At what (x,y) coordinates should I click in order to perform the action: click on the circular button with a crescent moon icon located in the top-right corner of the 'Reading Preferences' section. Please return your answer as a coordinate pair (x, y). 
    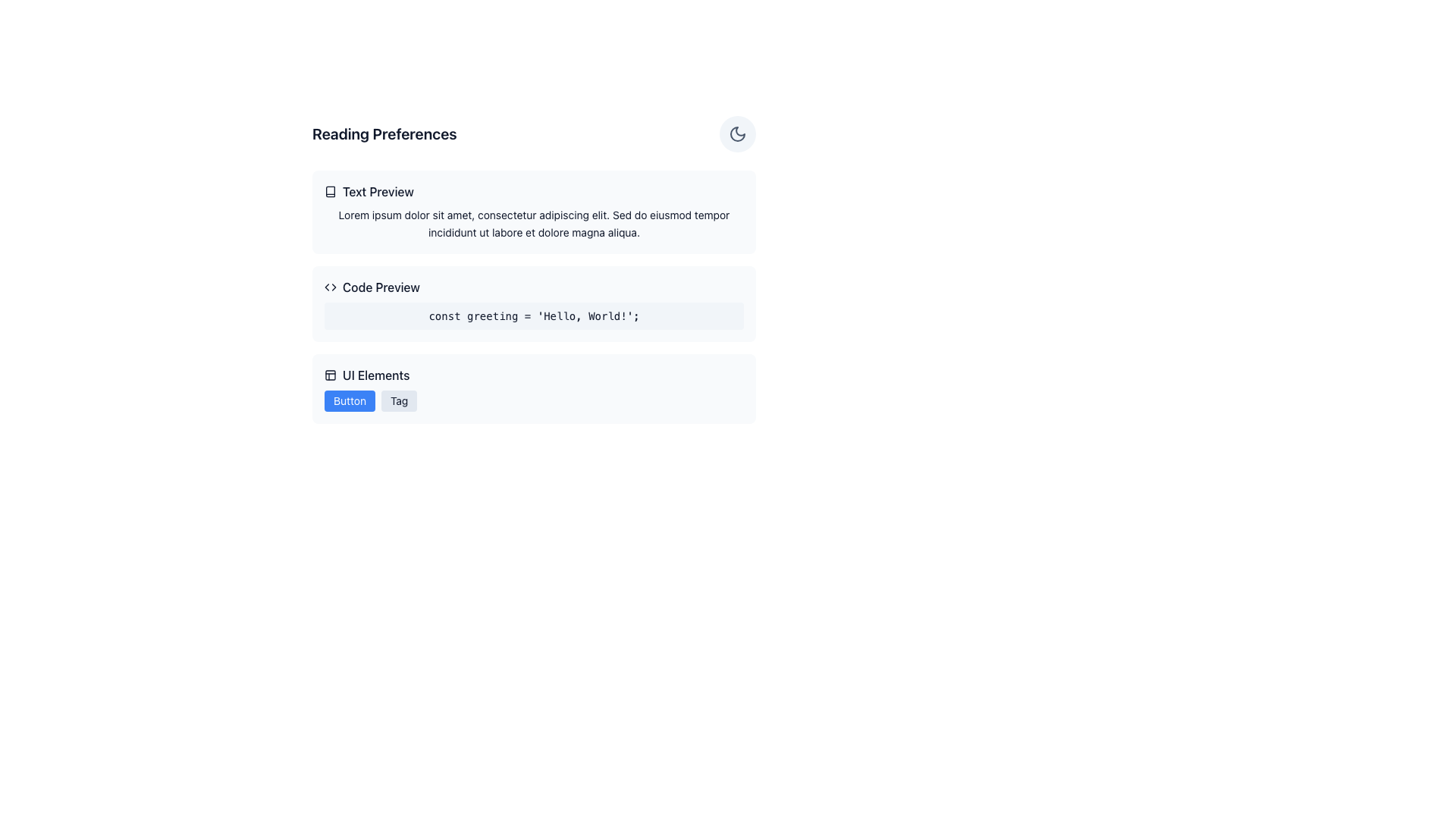
    Looking at the image, I should click on (738, 133).